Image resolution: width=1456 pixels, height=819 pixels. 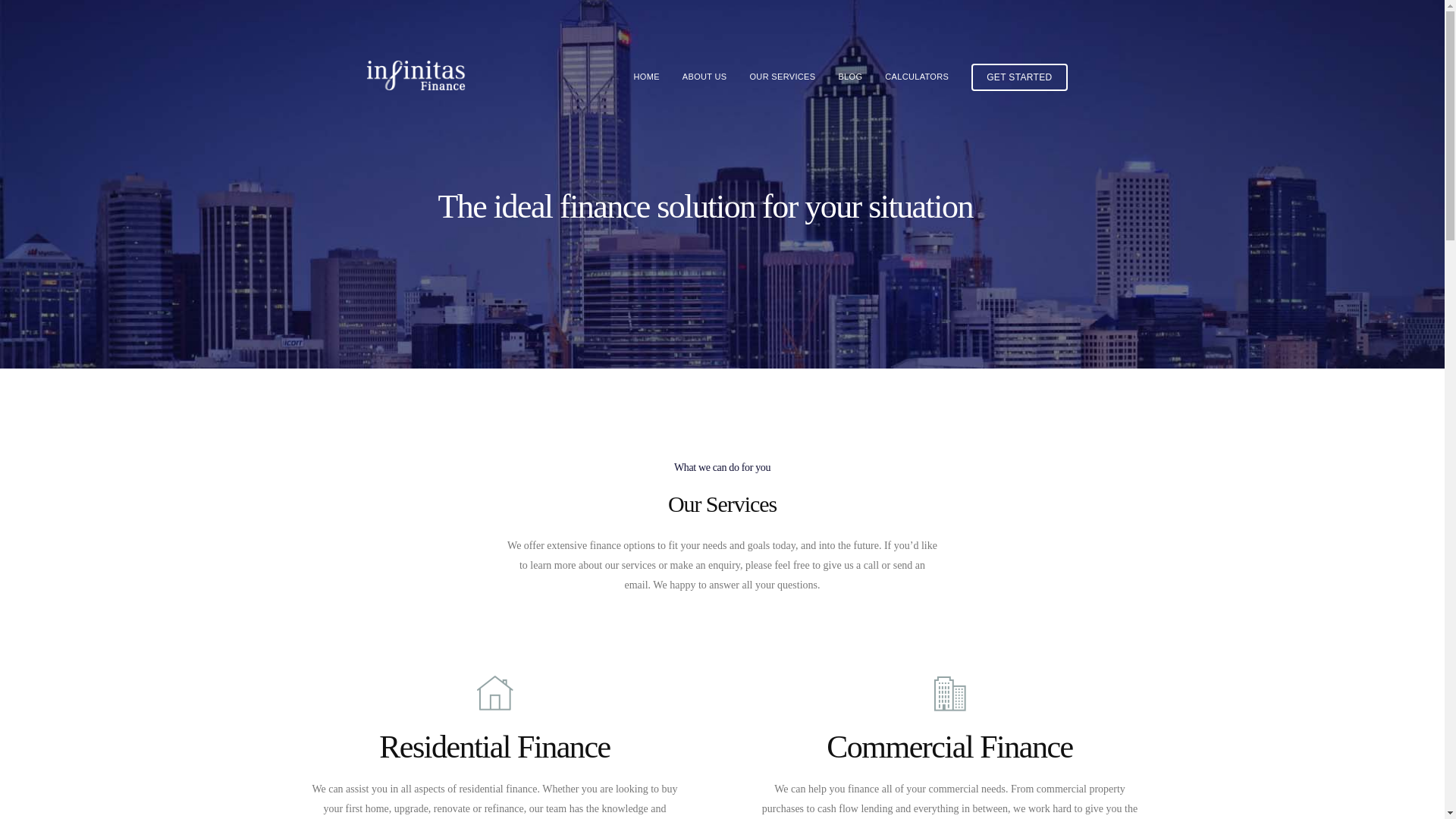 What do you see at coordinates (645, 77) in the screenshot?
I see `'HOME'` at bounding box center [645, 77].